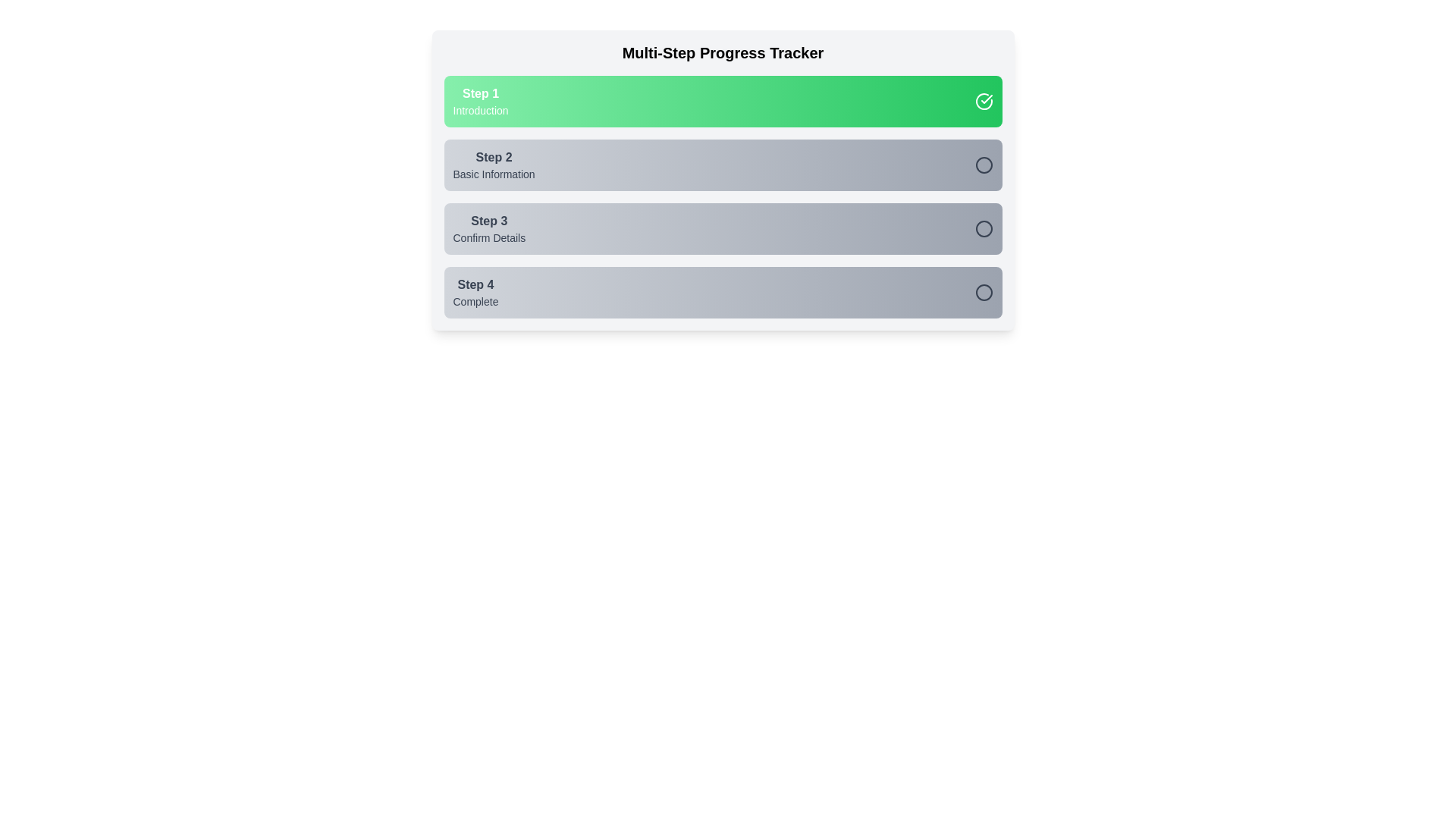 Image resolution: width=1456 pixels, height=819 pixels. What do you see at coordinates (494, 165) in the screenshot?
I see `the Text-based informational indicator that displays 'Step 2' and 'Basic Information' on a gray rectangular background, which is the second item in the multi-step progress tracker` at bounding box center [494, 165].